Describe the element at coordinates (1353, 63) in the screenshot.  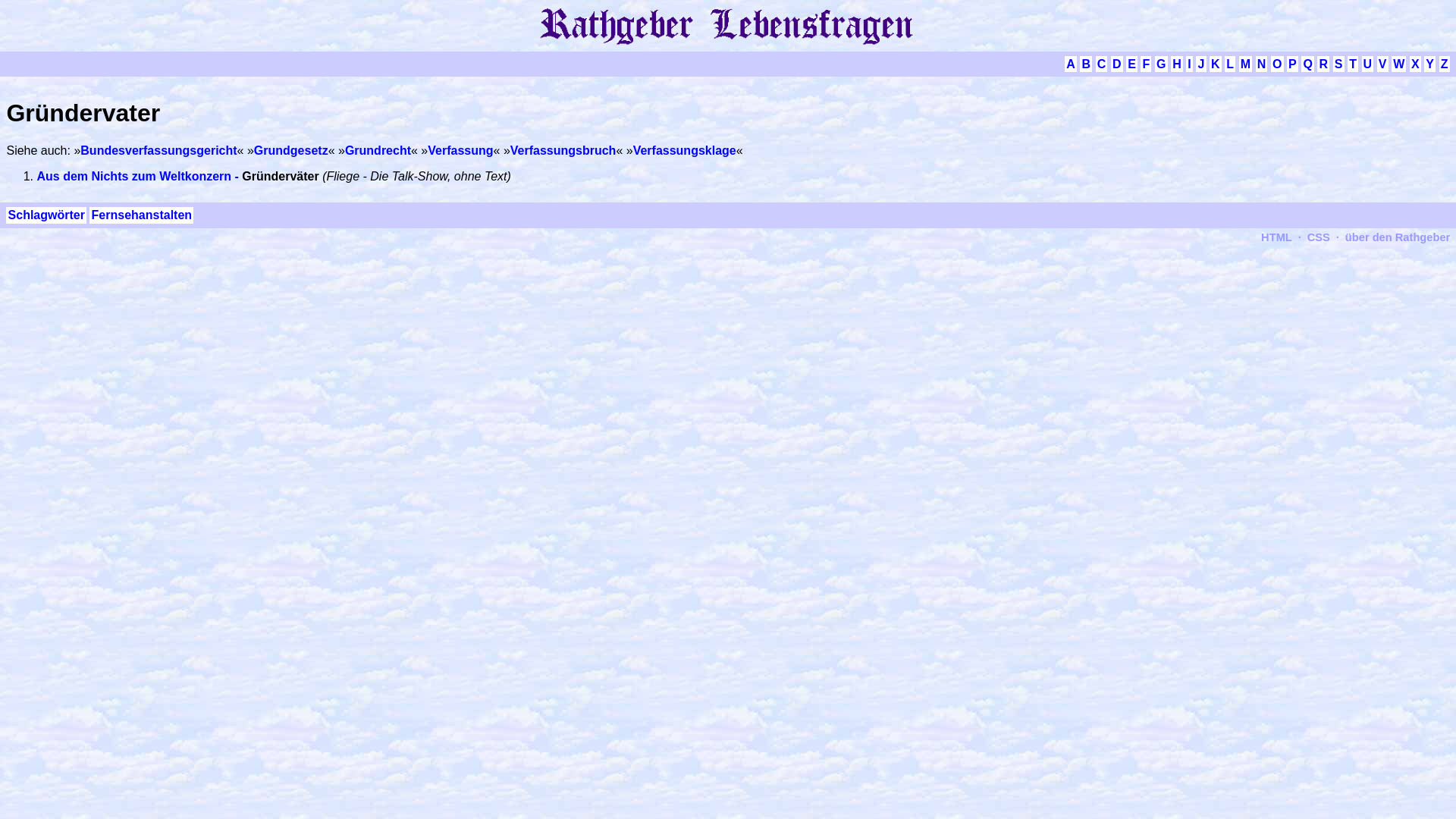
I see `'T'` at that location.